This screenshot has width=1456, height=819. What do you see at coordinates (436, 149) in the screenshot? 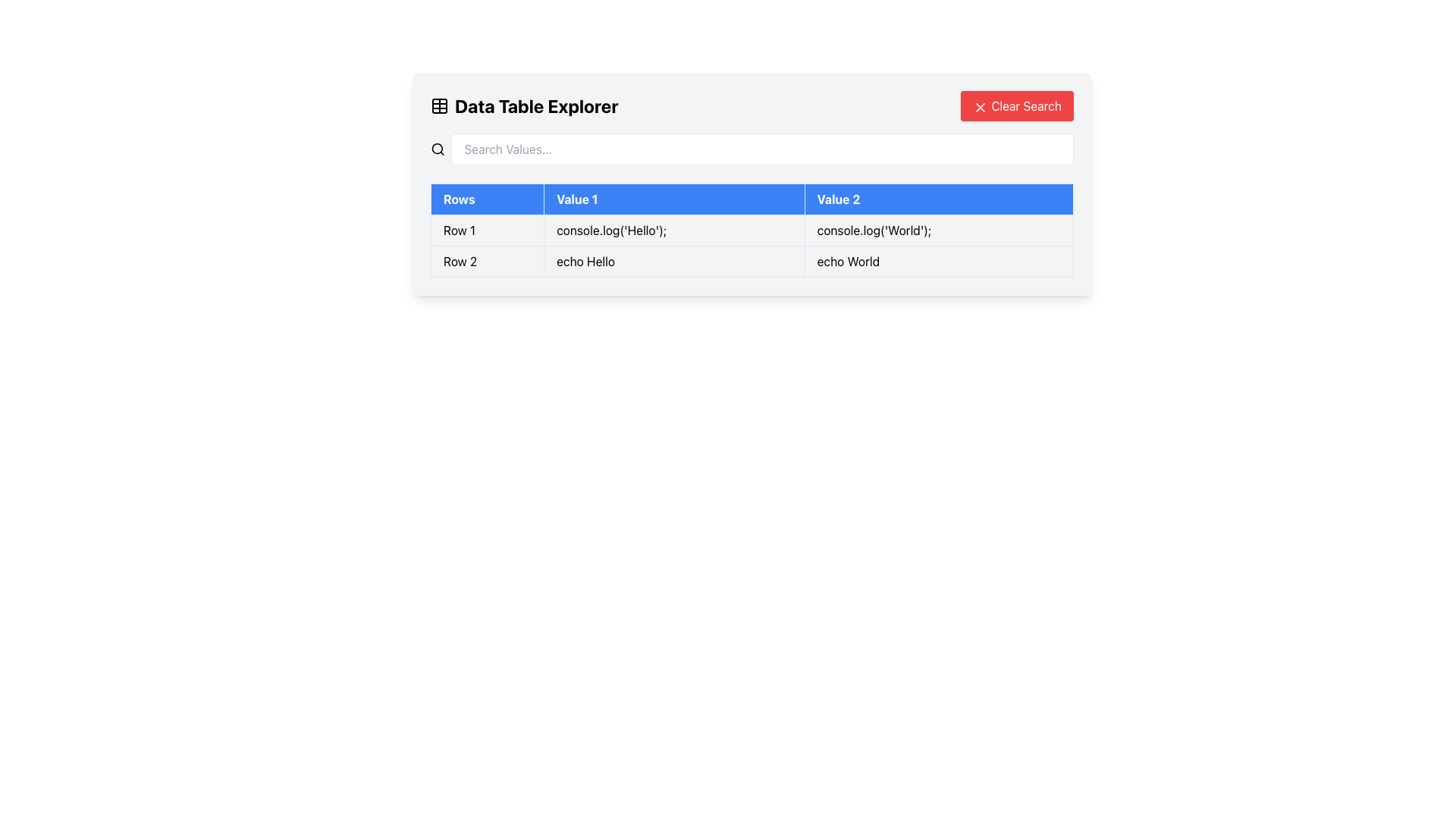
I see `the decorative SVG Circle that is part of the magnifying glass icon located in the top left corner of the 'Data Table Explorer' panel to symbolize search functionality` at bounding box center [436, 149].